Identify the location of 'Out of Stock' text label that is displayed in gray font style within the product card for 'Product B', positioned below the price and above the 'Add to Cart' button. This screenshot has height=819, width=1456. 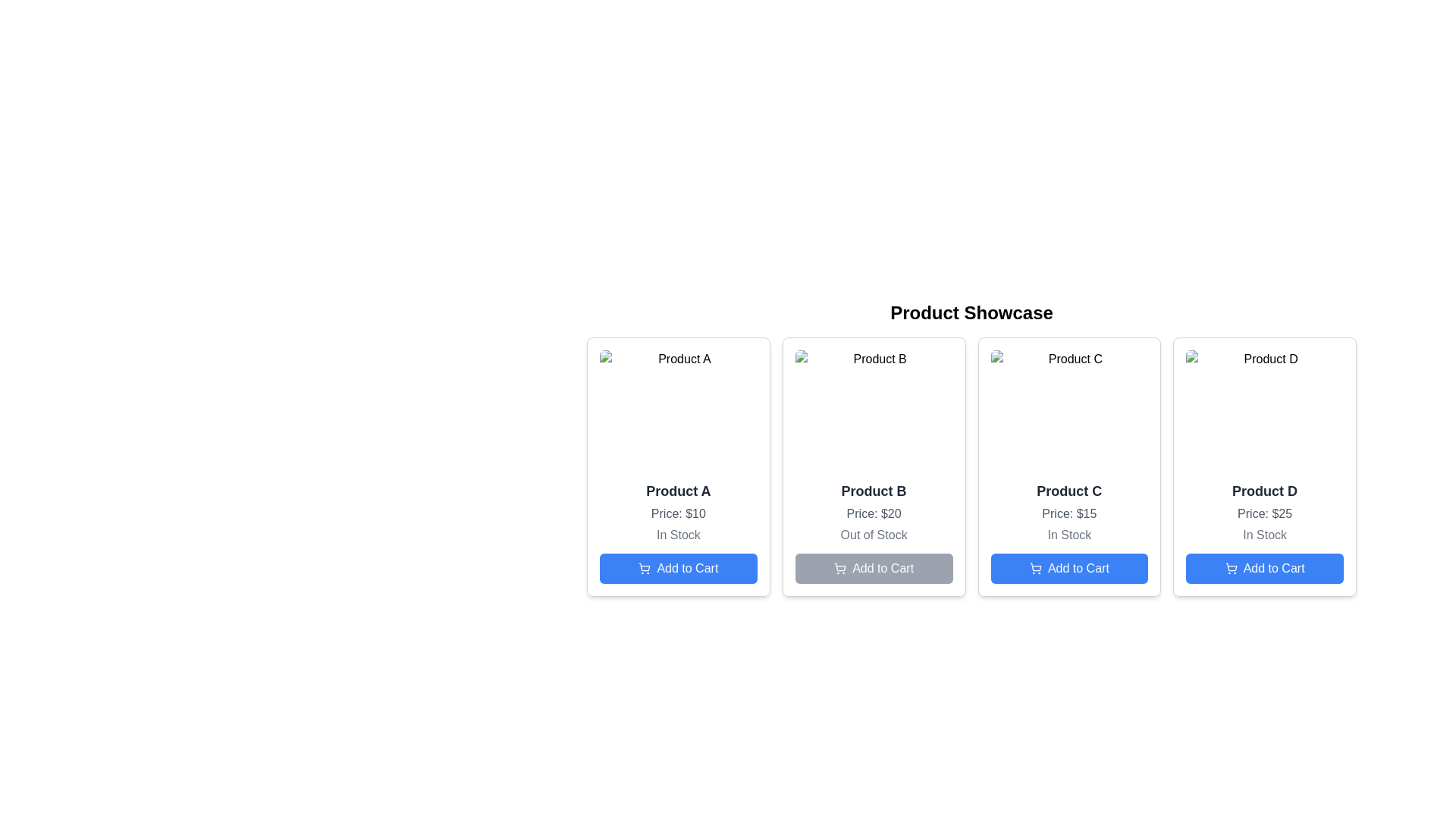
(874, 534).